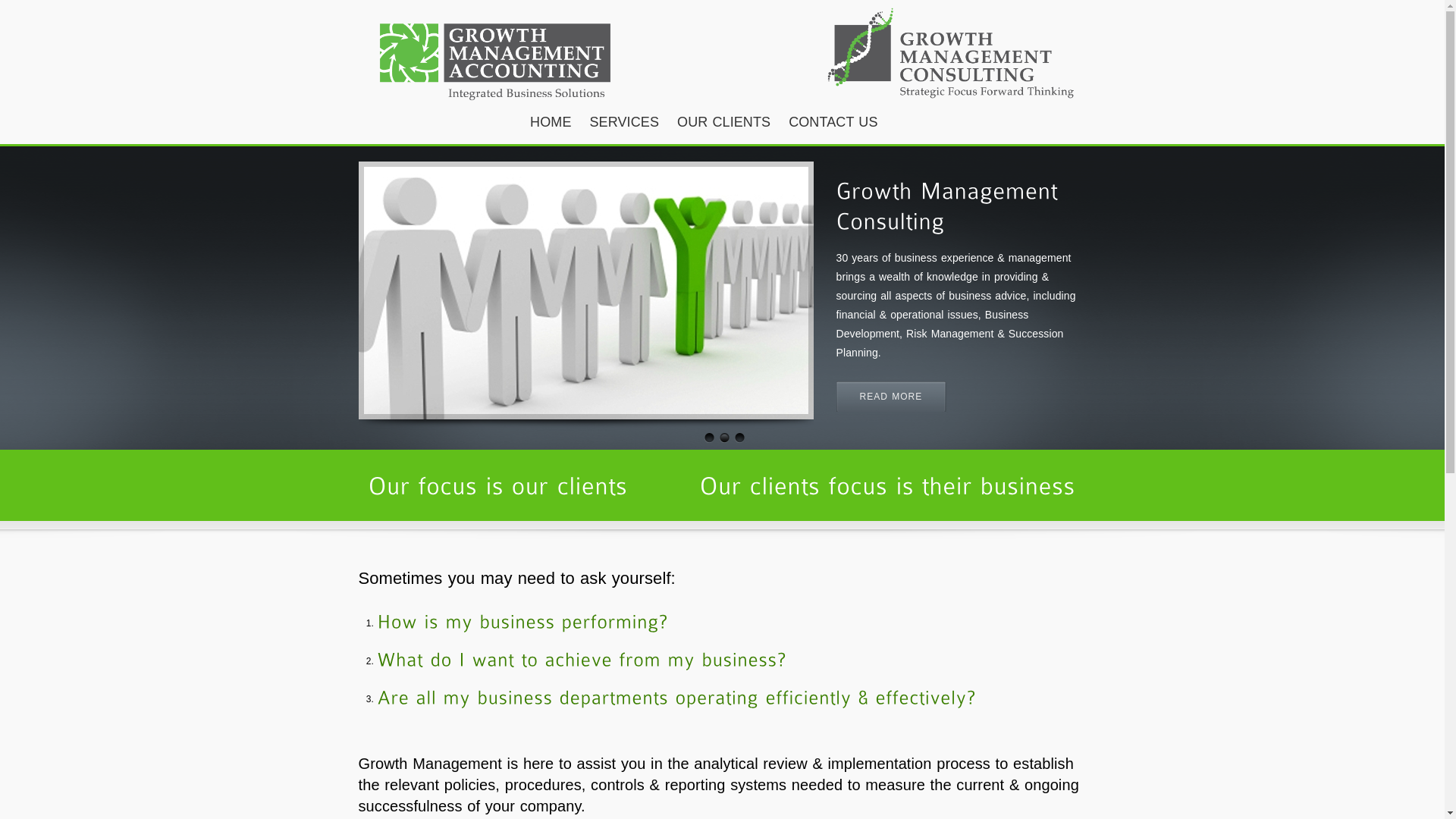 This screenshot has height=819, width=1456. What do you see at coordinates (832, 122) in the screenshot?
I see `'CONTACT US'` at bounding box center [832, 122].